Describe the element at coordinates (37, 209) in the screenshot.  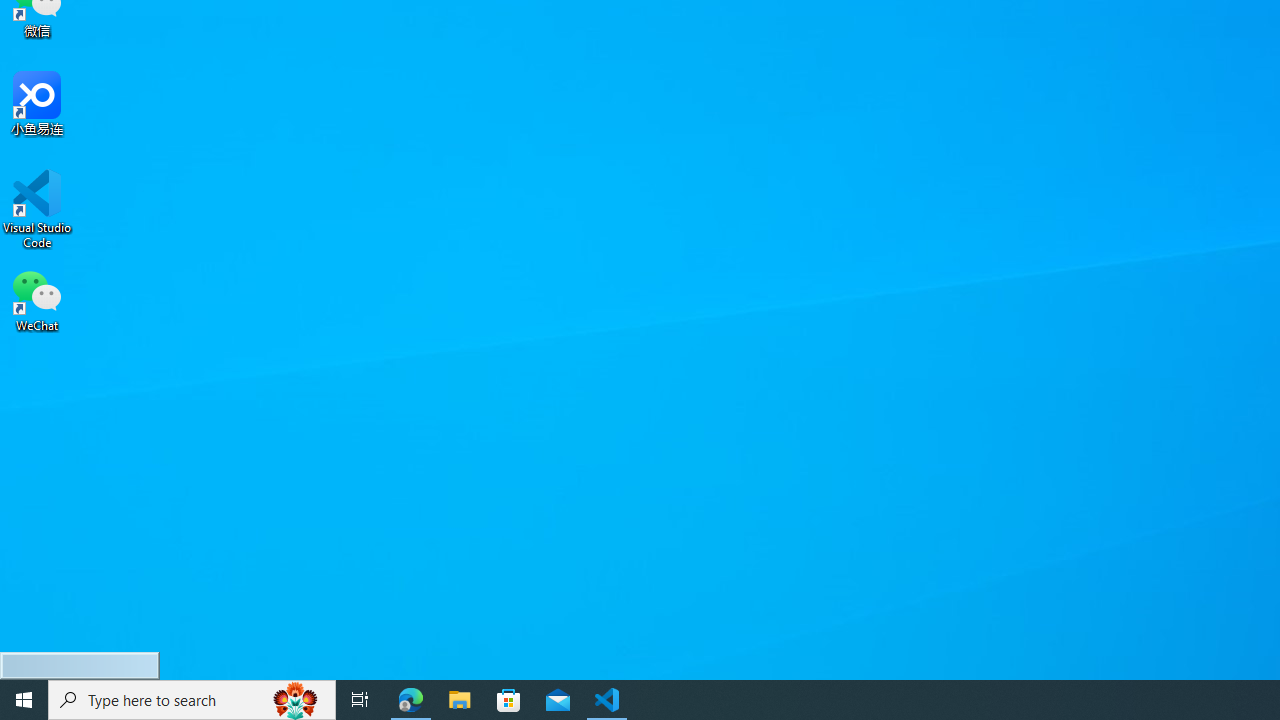
I see `'Visual Studio Code'` at that location.